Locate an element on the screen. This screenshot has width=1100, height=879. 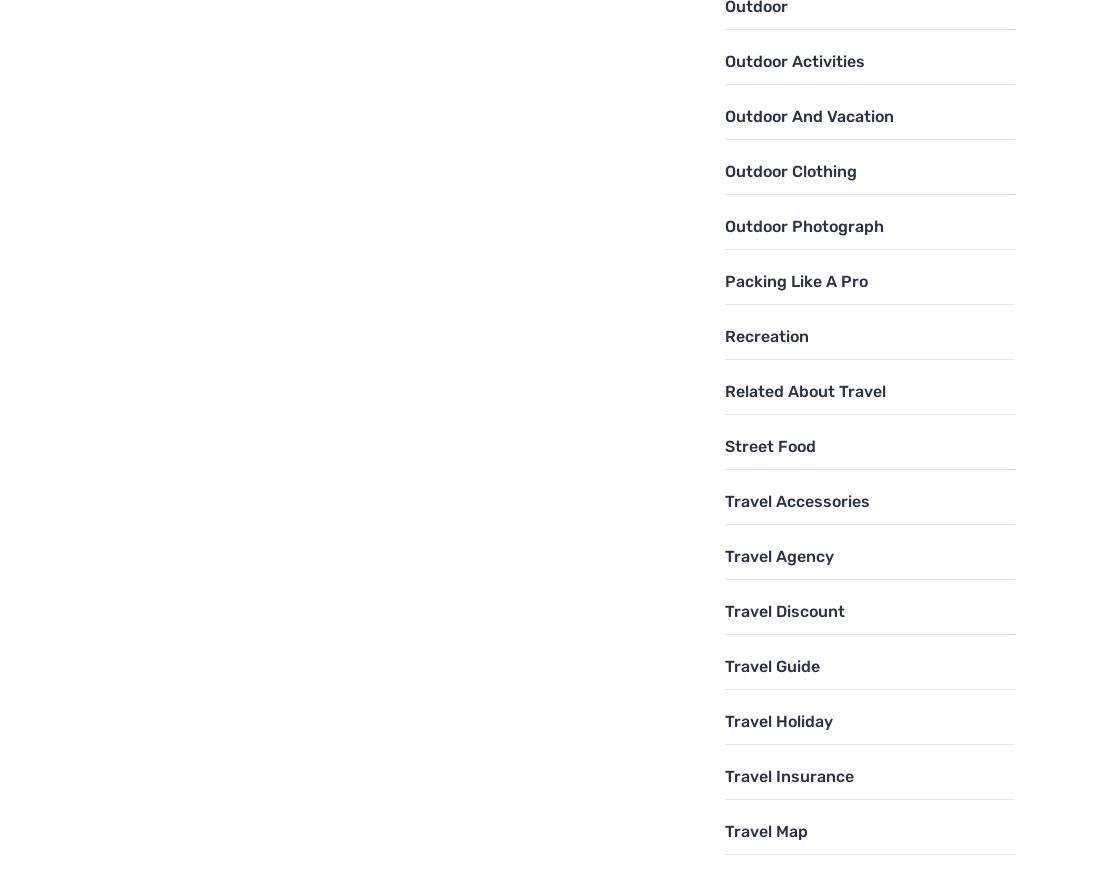
'Travel Guide' is located at coordinates (771, 664).